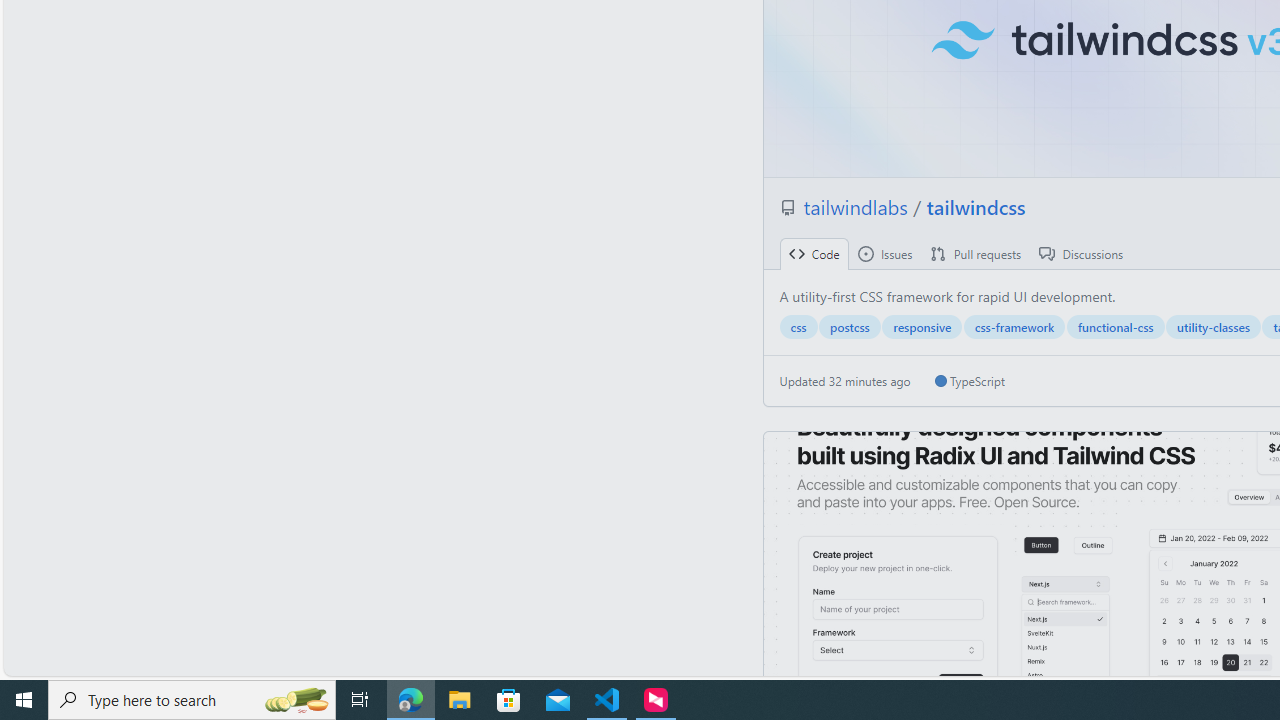  I want to click on 'utility-classes', so click(1212, 326).